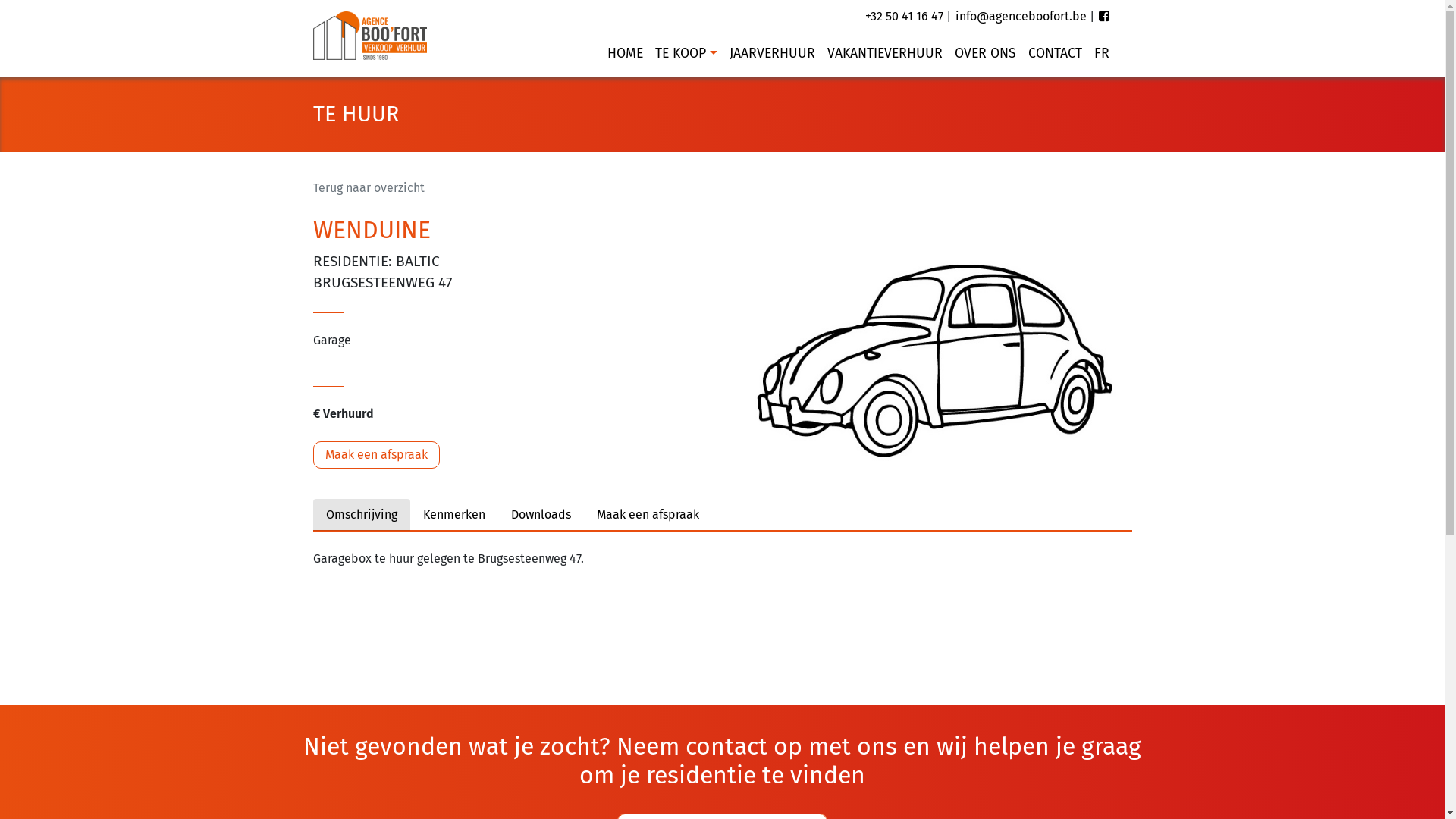  What do you see at coordinates (648, 513) in the screenshot?
I see `'Maak een afspraak'` at bounding box center [648, 513].